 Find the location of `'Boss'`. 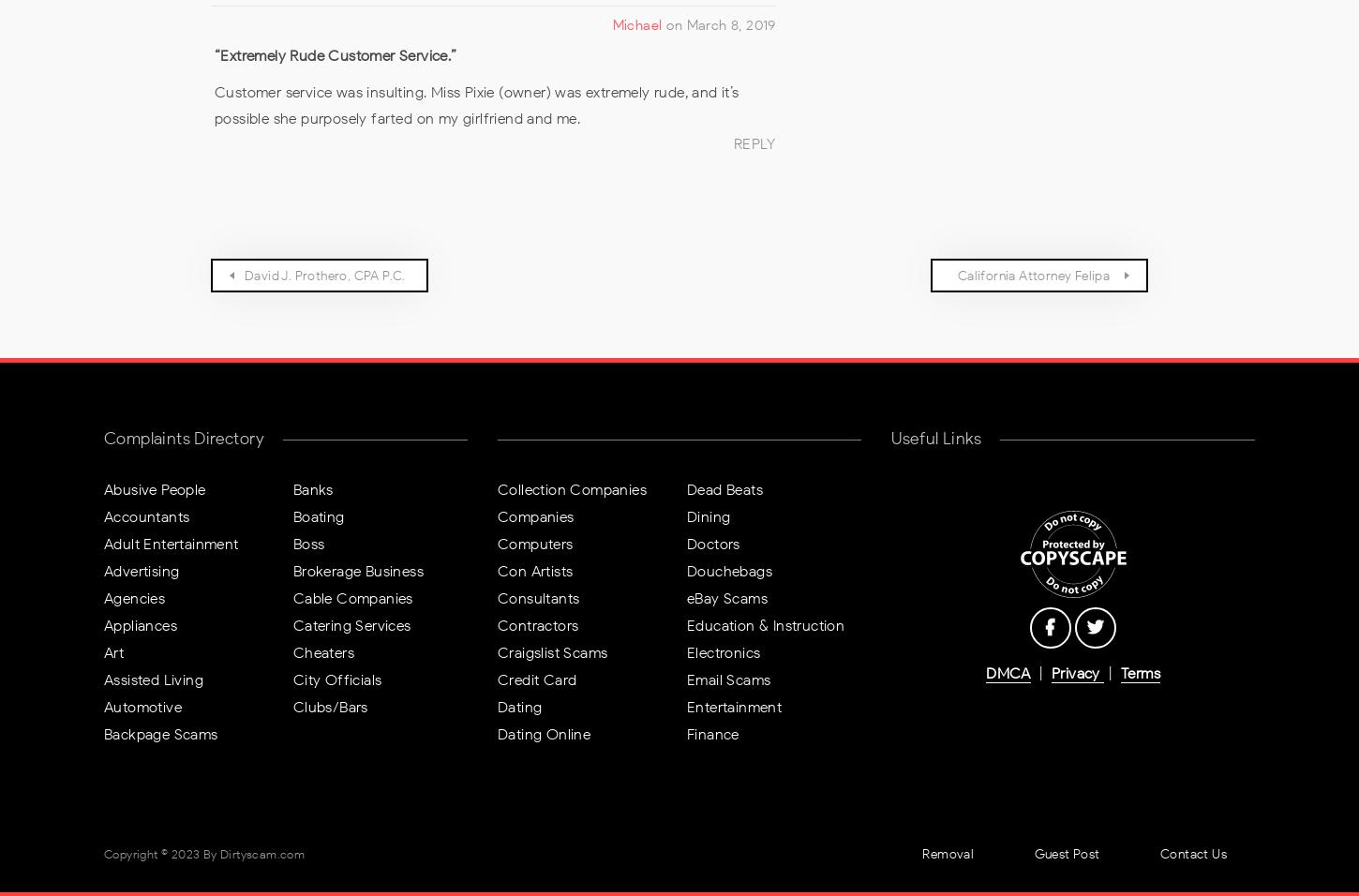

'Boss' is located at coordinates (308, 542).